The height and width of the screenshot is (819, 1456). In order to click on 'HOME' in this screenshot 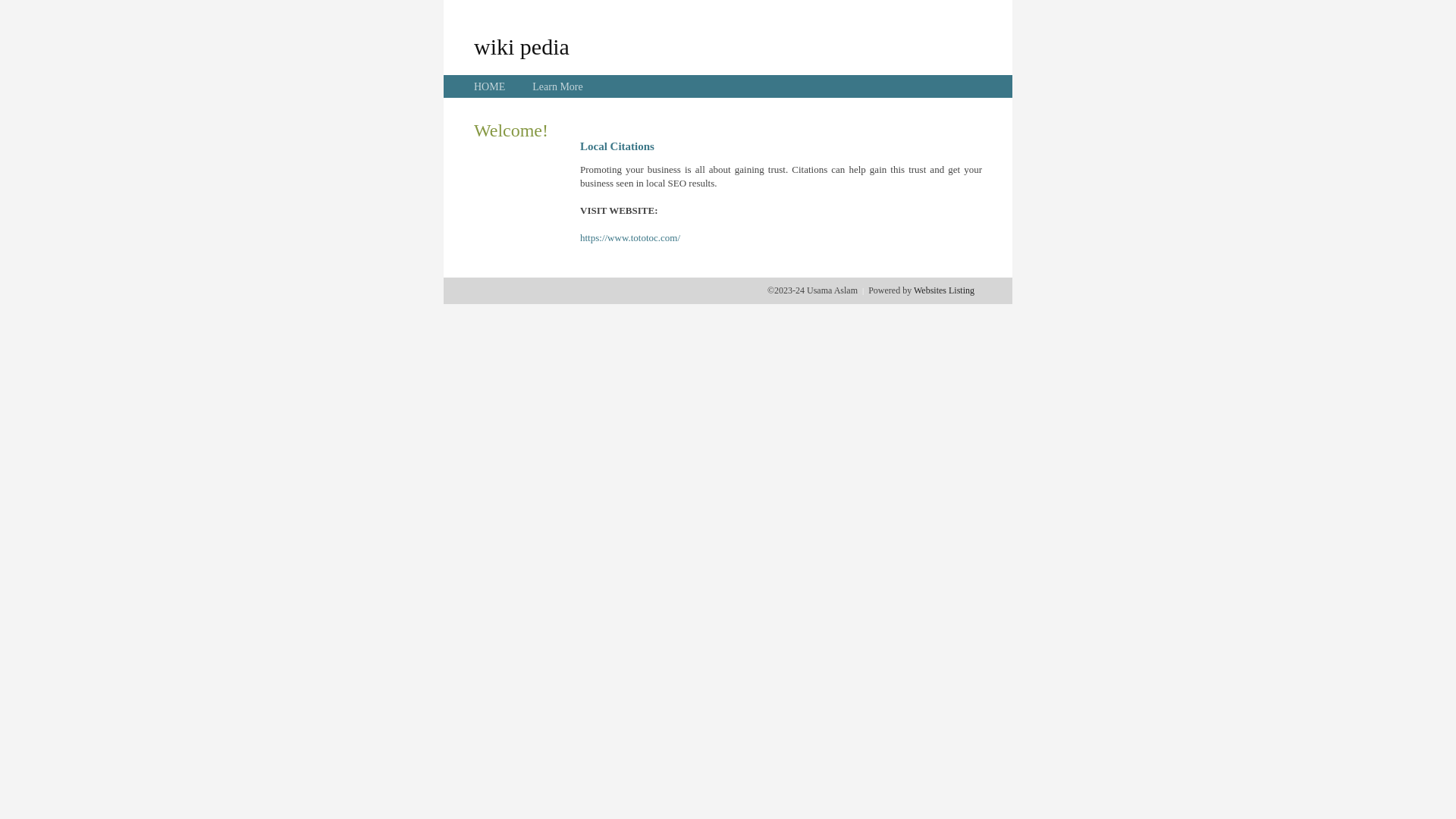, I will do `click(489, 86)`.